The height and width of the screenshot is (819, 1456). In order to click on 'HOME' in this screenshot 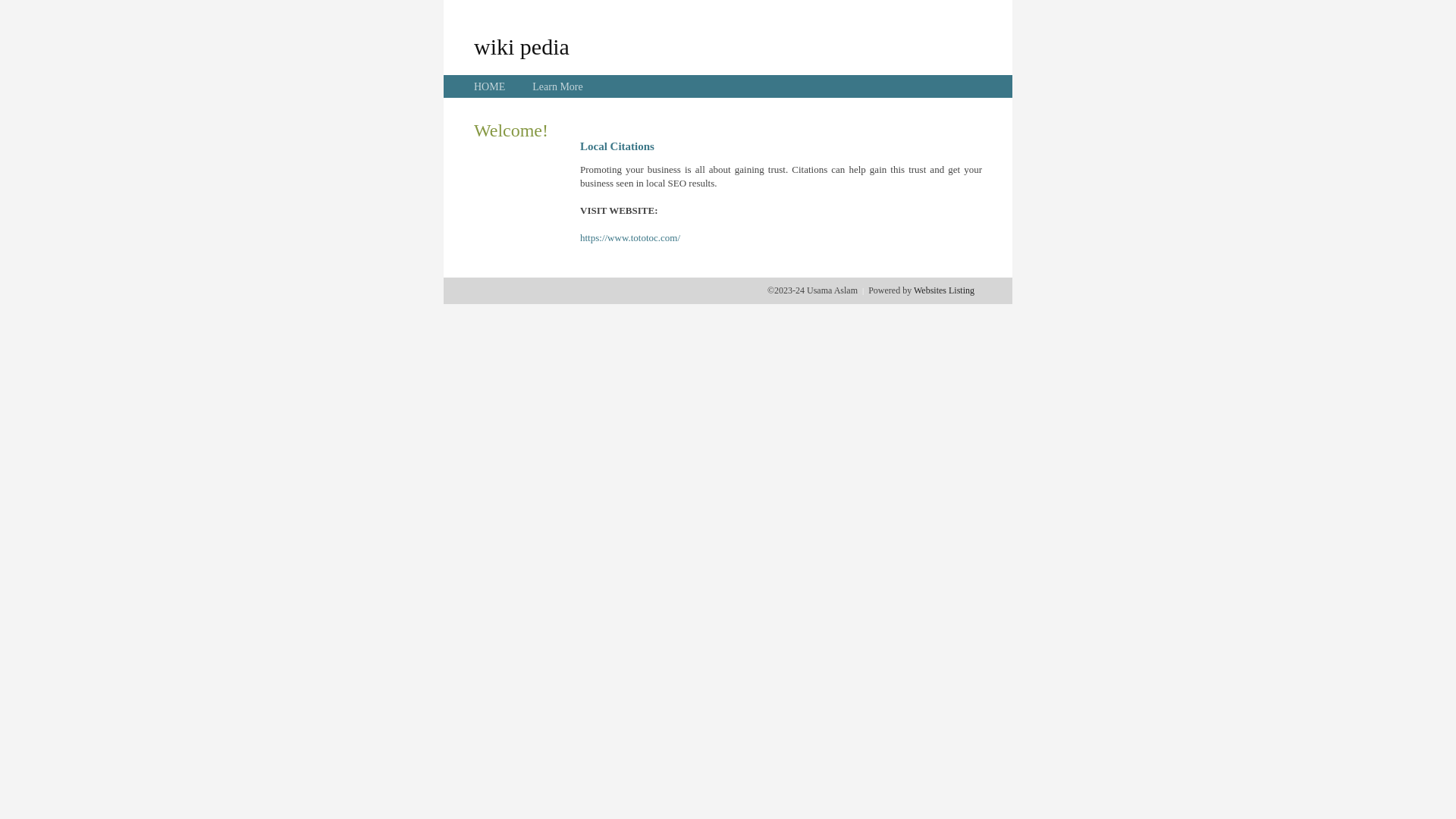, I will do `click(489, 86)`.